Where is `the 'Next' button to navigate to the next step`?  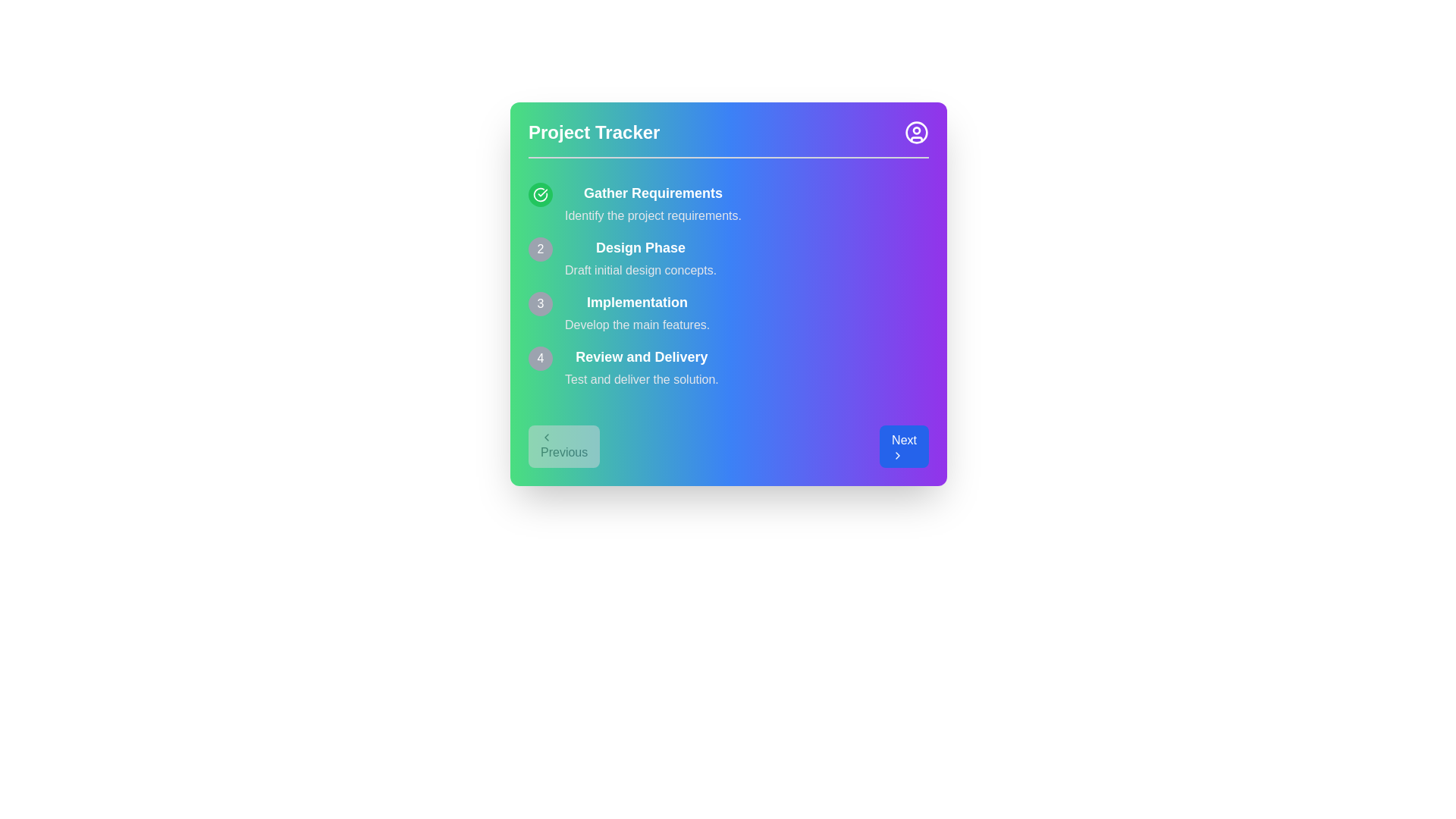 the 'Next' button to navigate to the next step is located at coordinates (903, 446).